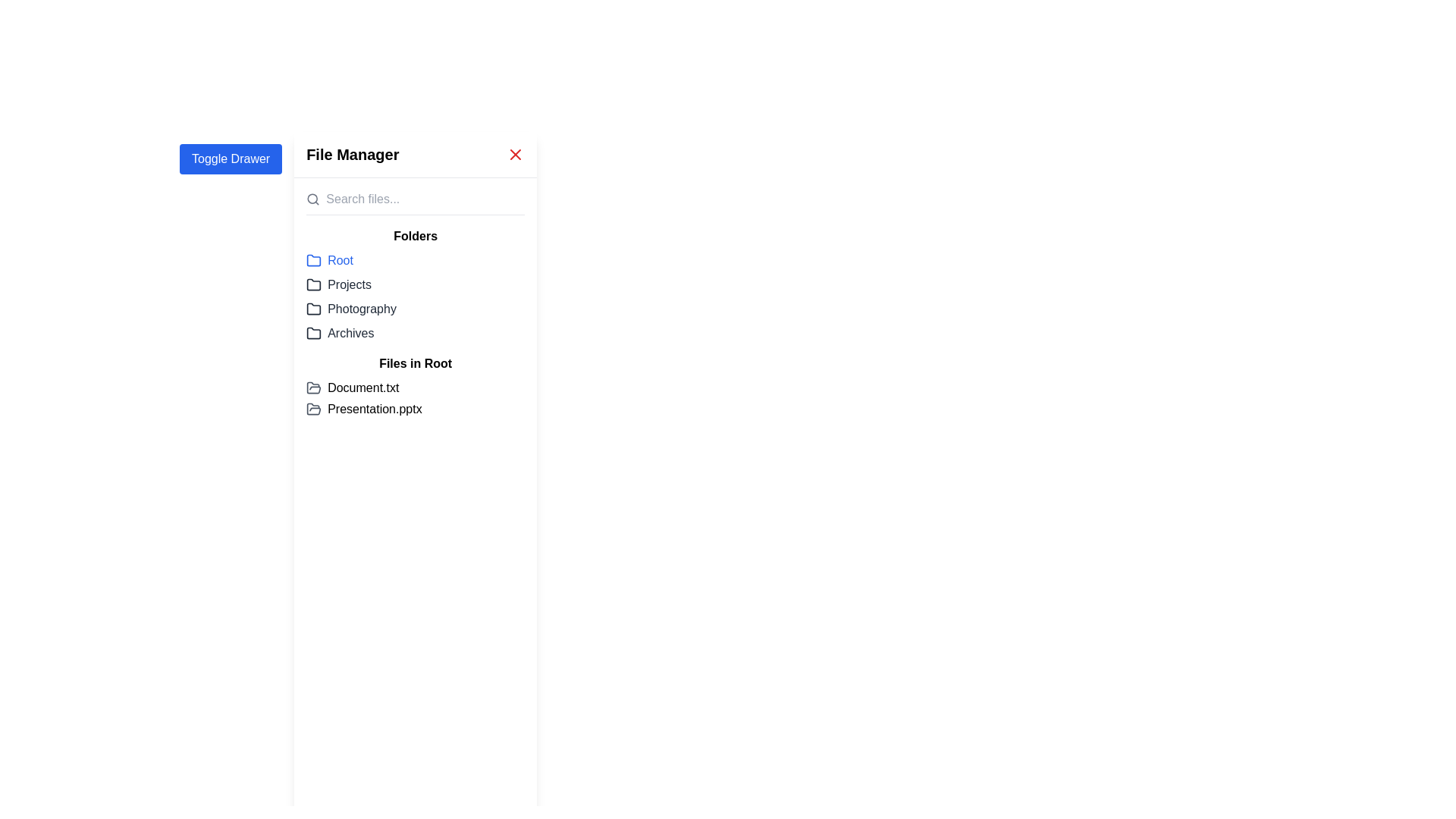  I want to click on the 'Root' folder icon located in the top-left portion of the File Manager panel to focus on the Root folder, so click(312, 259).